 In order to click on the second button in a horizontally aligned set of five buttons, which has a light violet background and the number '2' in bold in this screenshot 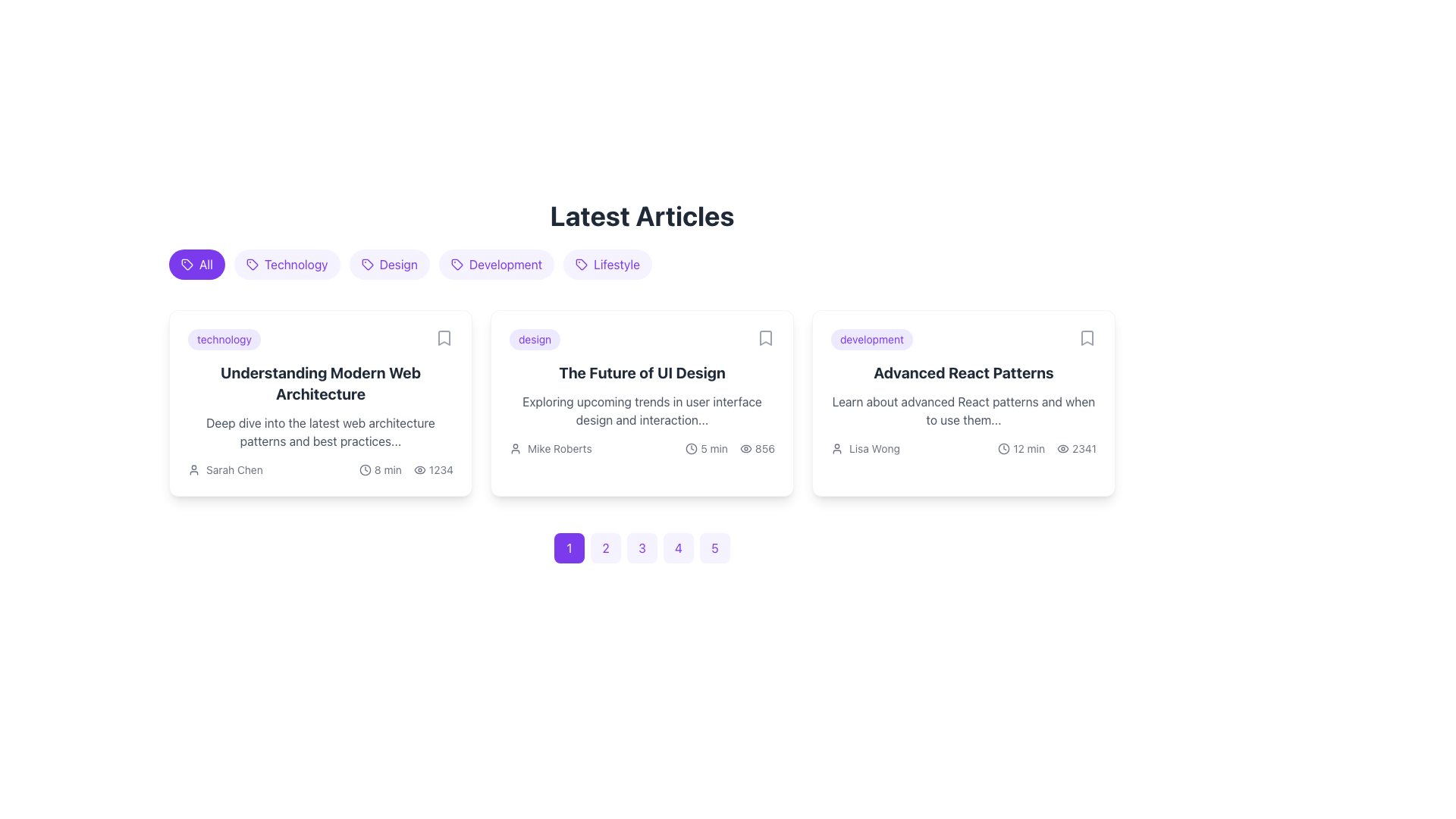, I will do `click(604, 548)`.